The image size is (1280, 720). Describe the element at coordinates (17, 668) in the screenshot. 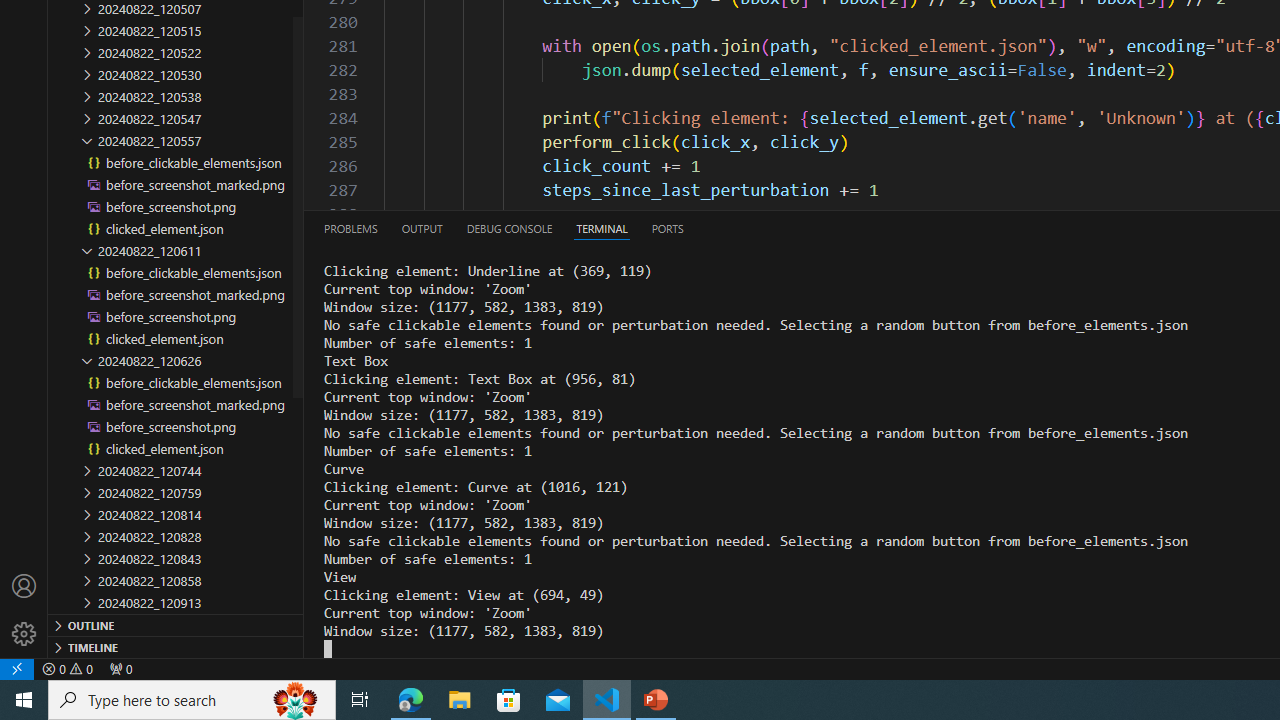

I see `'remote'` at that location.